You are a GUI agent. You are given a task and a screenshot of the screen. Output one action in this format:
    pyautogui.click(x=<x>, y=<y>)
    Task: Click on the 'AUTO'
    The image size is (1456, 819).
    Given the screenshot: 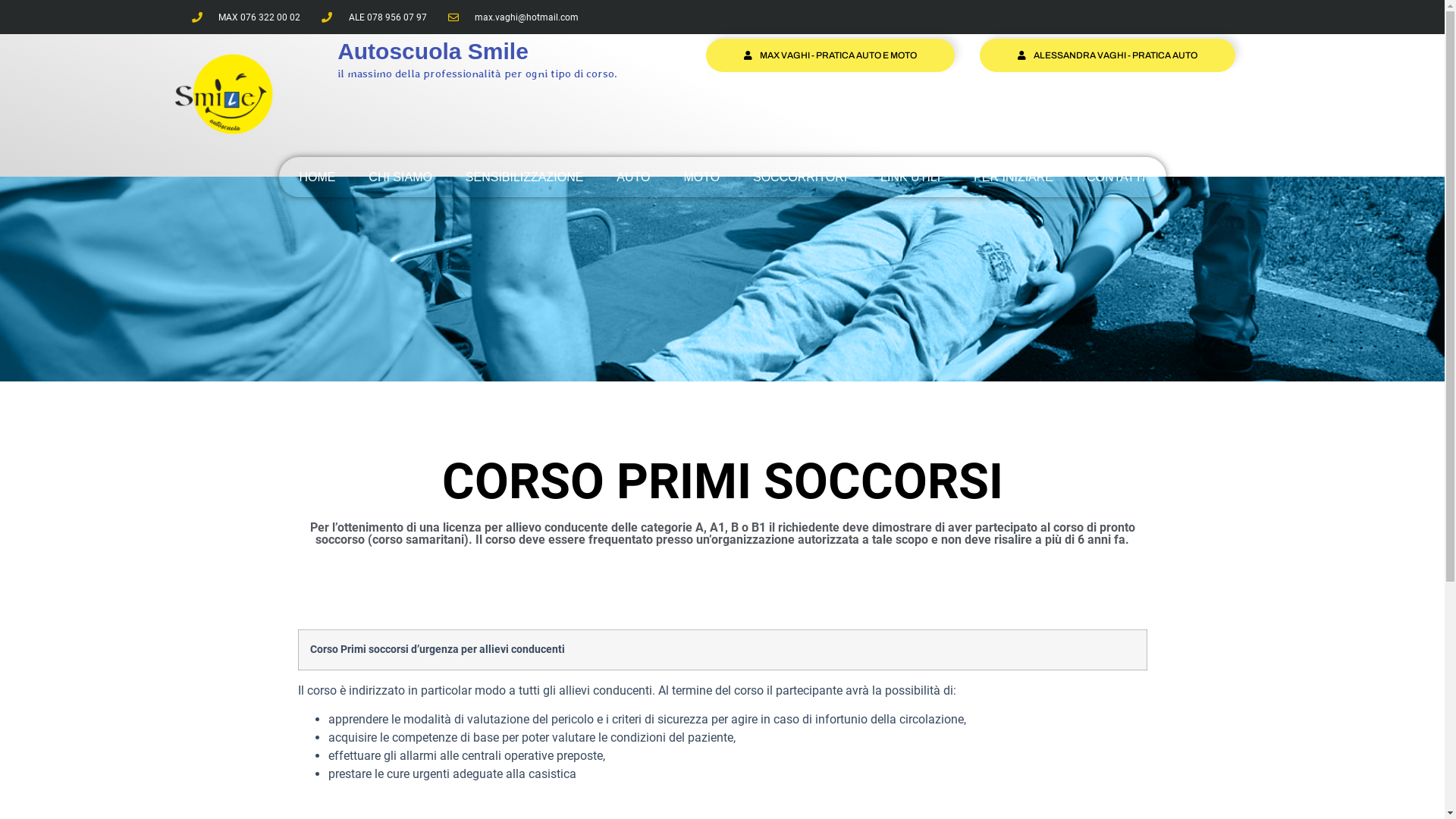 What is the action you would take?
    pyautogui.click(x=633, y=177)
    